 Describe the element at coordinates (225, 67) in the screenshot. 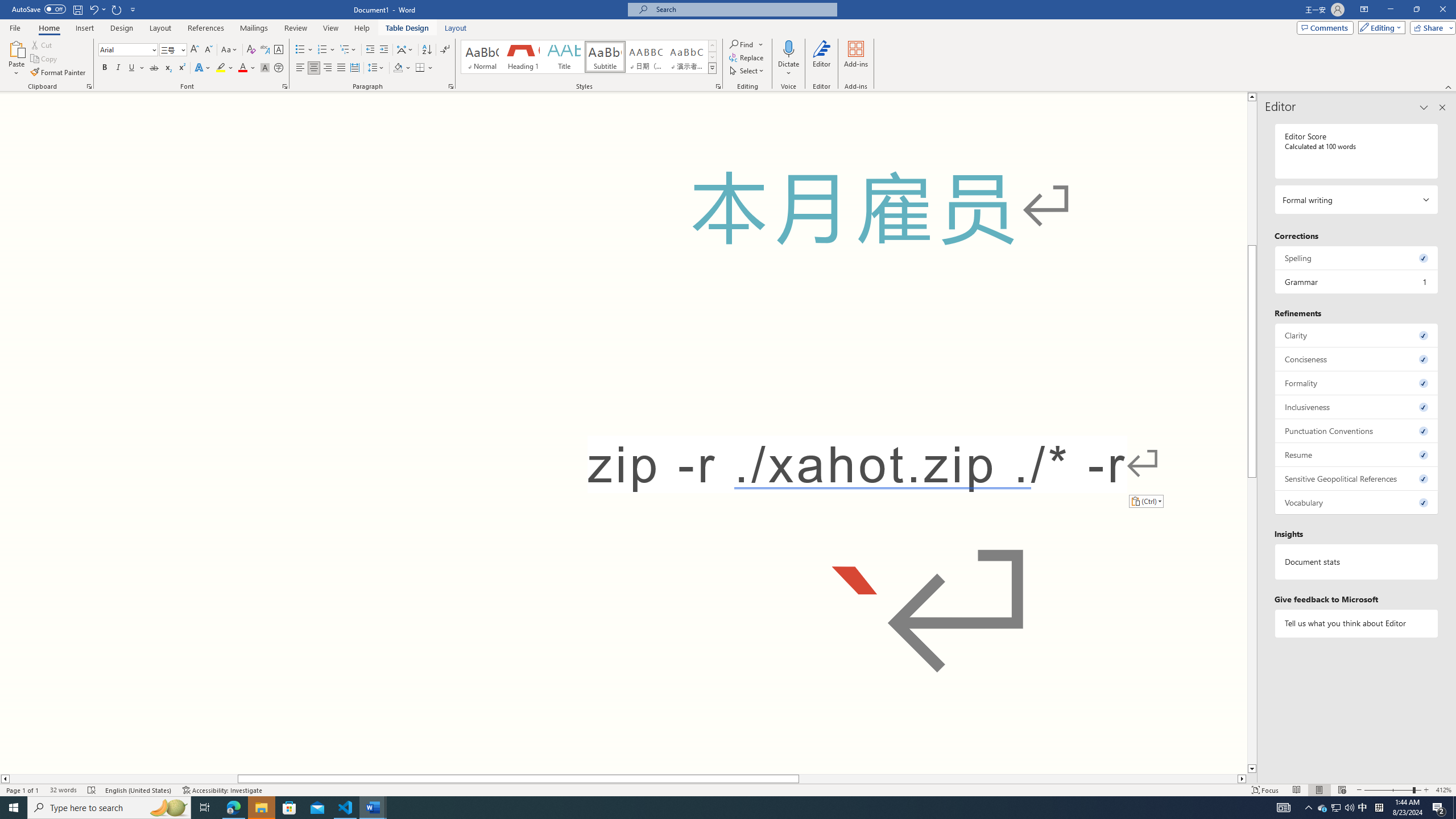

I see `'Text Highlight Color'` at that location.